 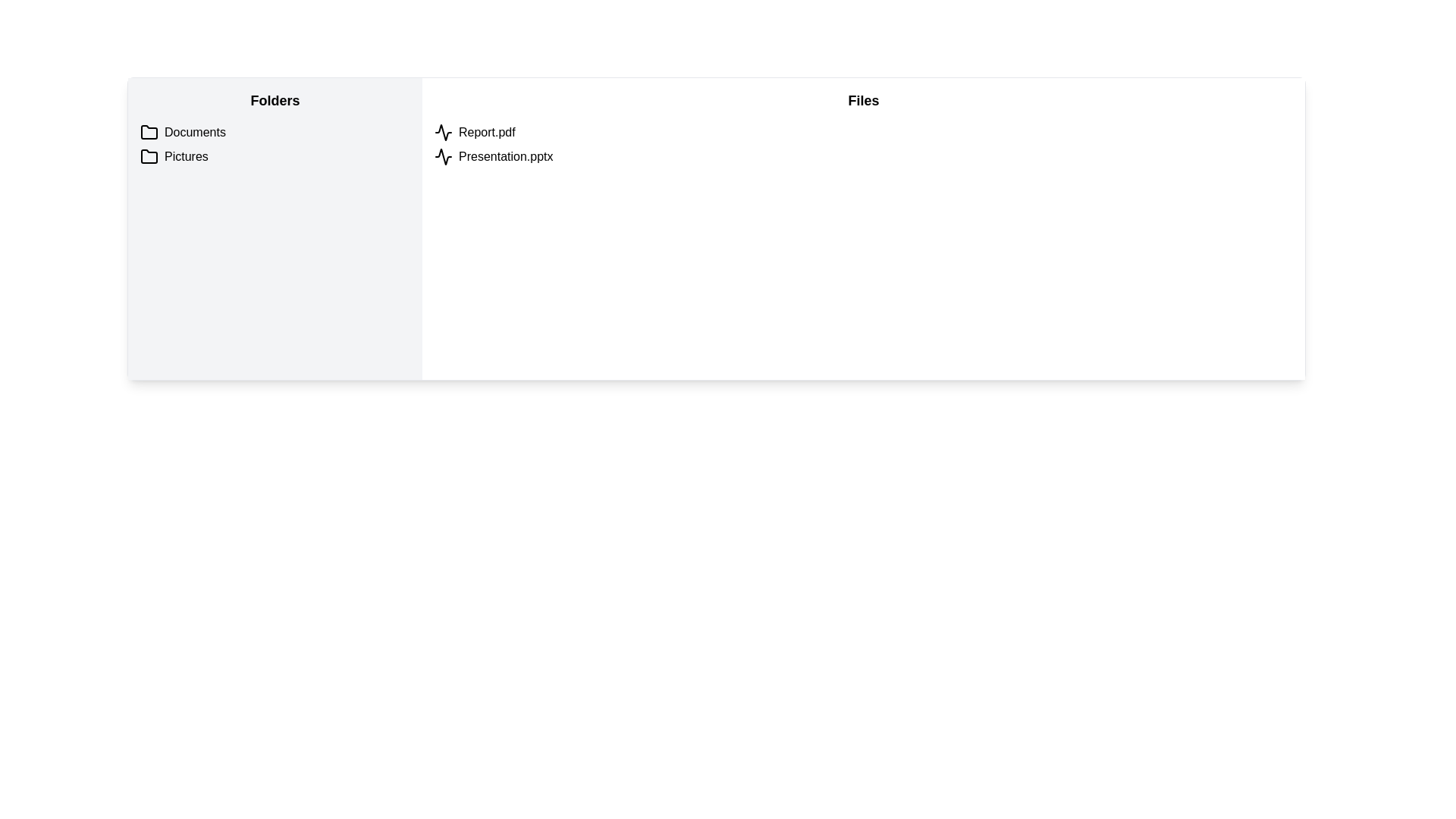 I want to click on the 'Folders' section in the left navigation pane that contains 'Documents' and 'Pictures' items, so click(x=275, y=228).